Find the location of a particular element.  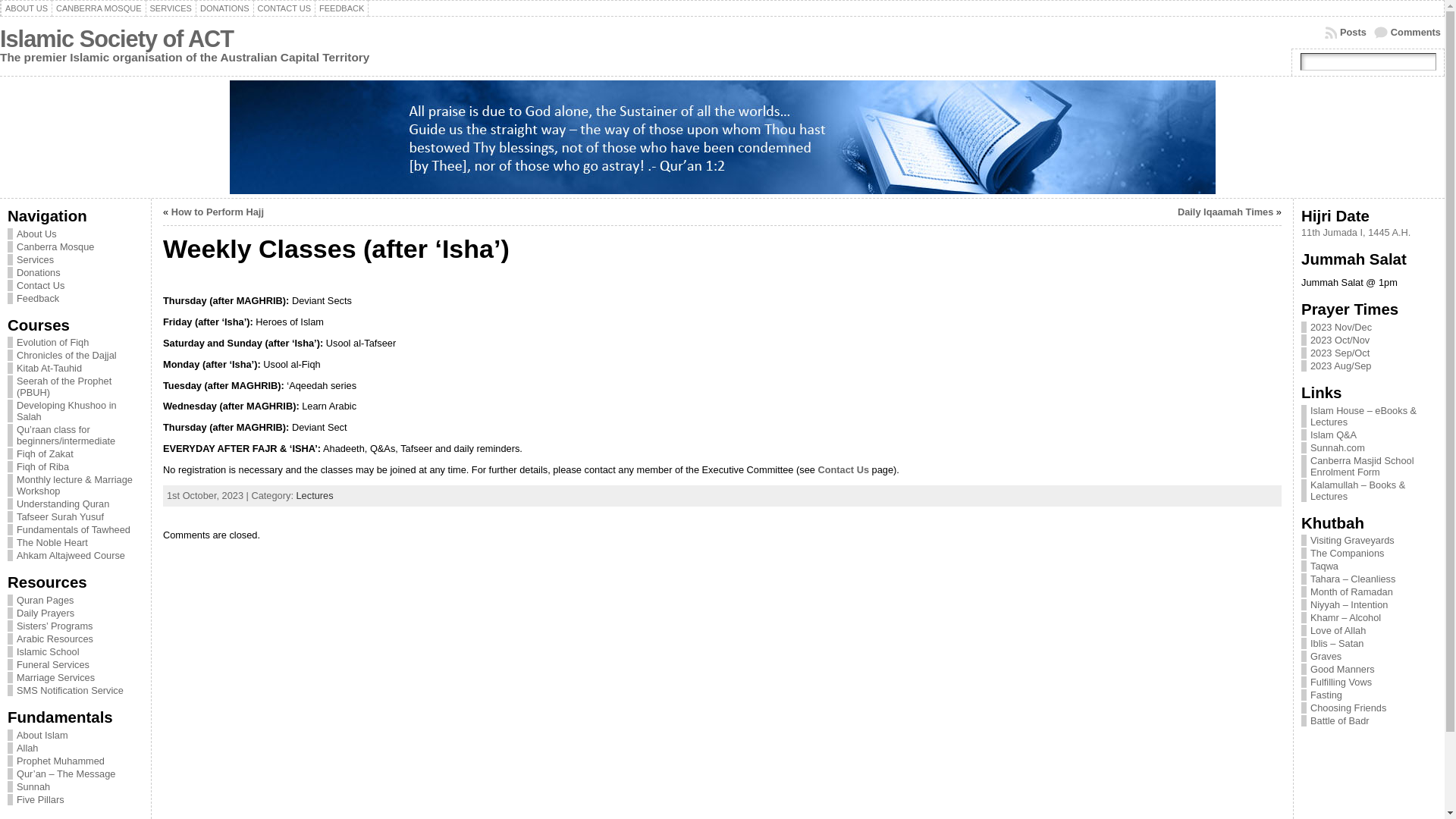

'2023 Nov/Dec' is located at coordinates (1341, 326).